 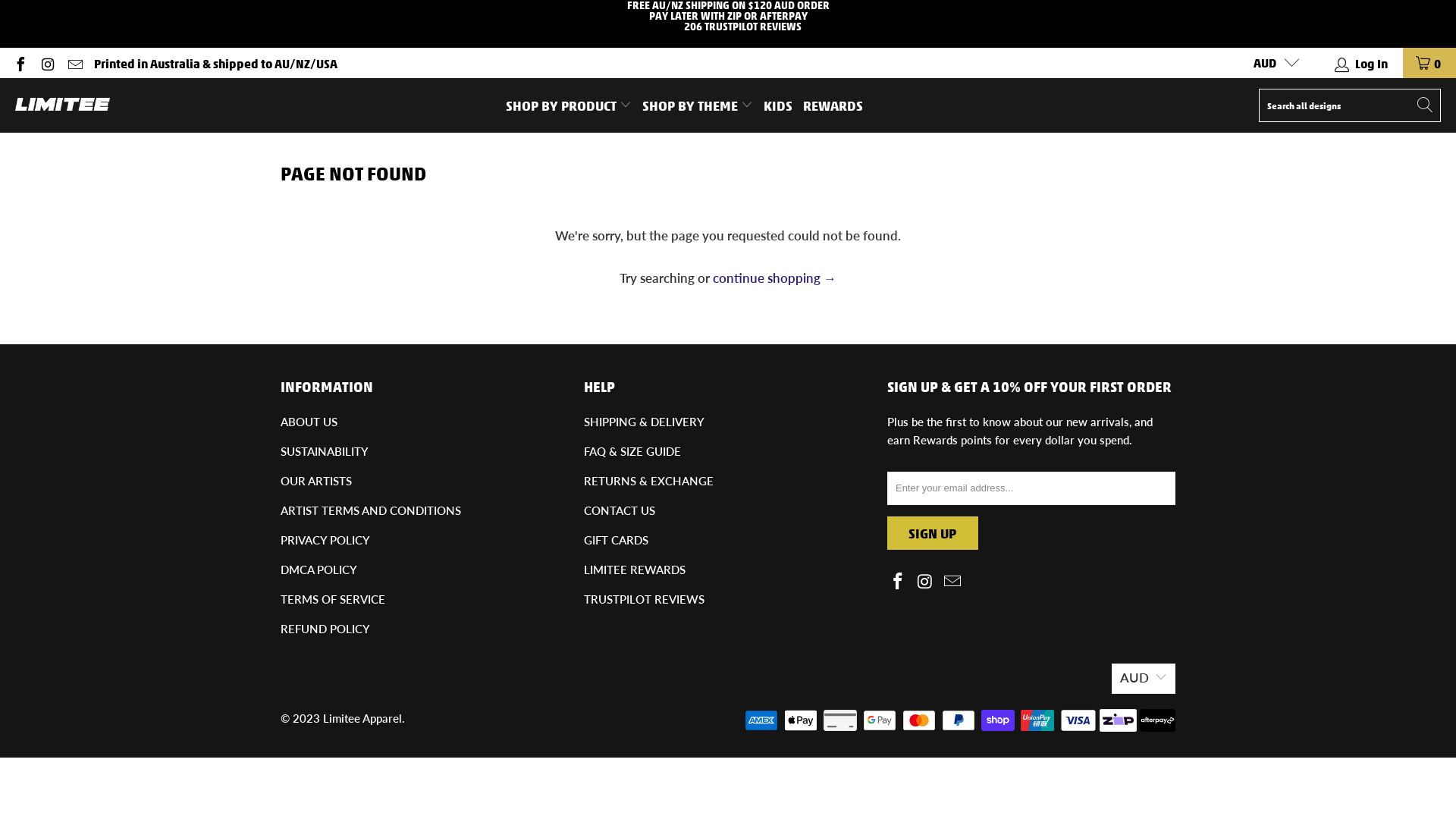 What do you see at coordinates (280, 539) in the screenshot?
I see `'PRIVACY POLICY'` at bounding box center [280, 539].